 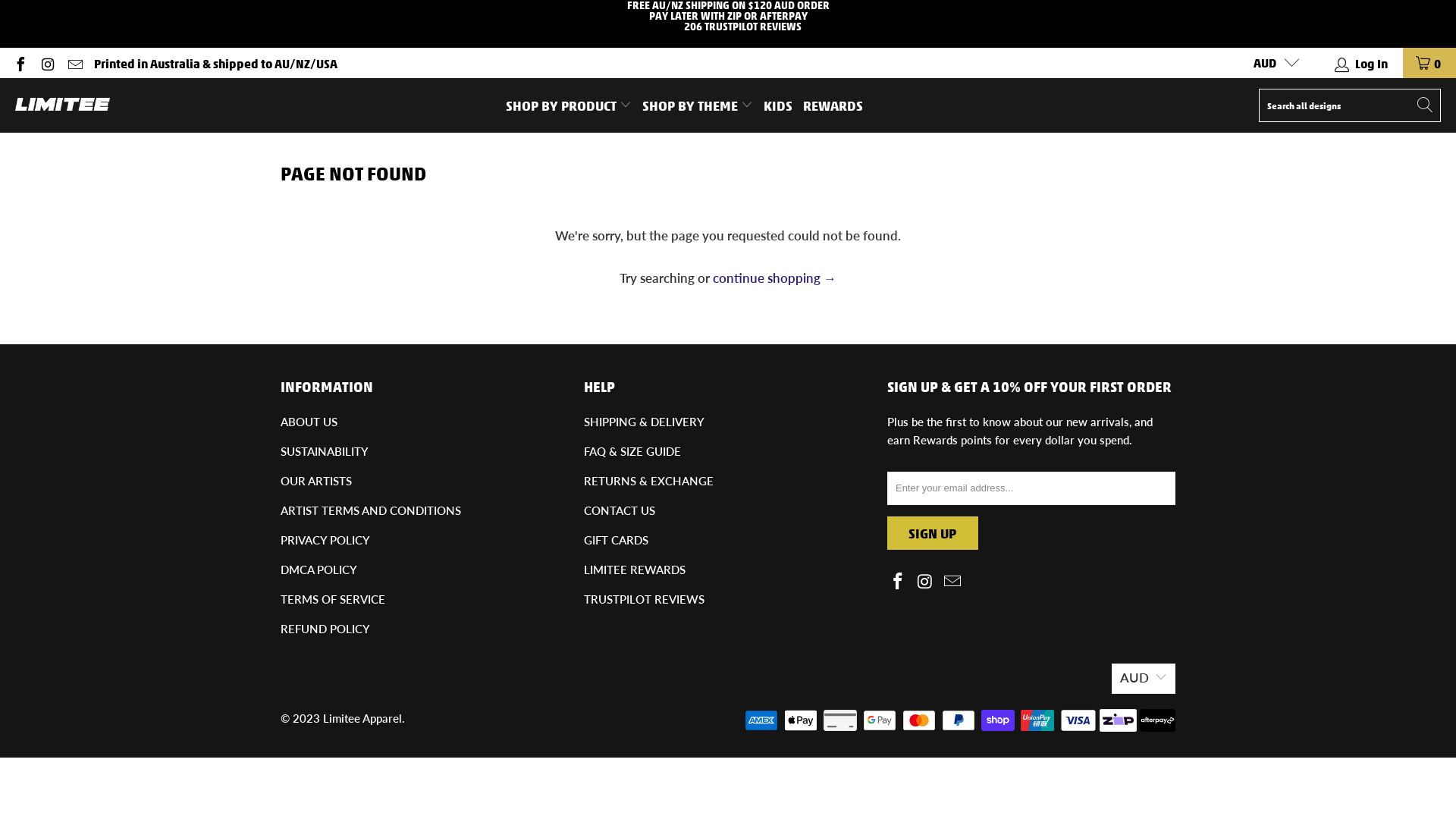 What do you see at coordinates (280, 539) in the screenshot?
I see `'PRIVACY POLICY'` at bounding box center [280, 539].